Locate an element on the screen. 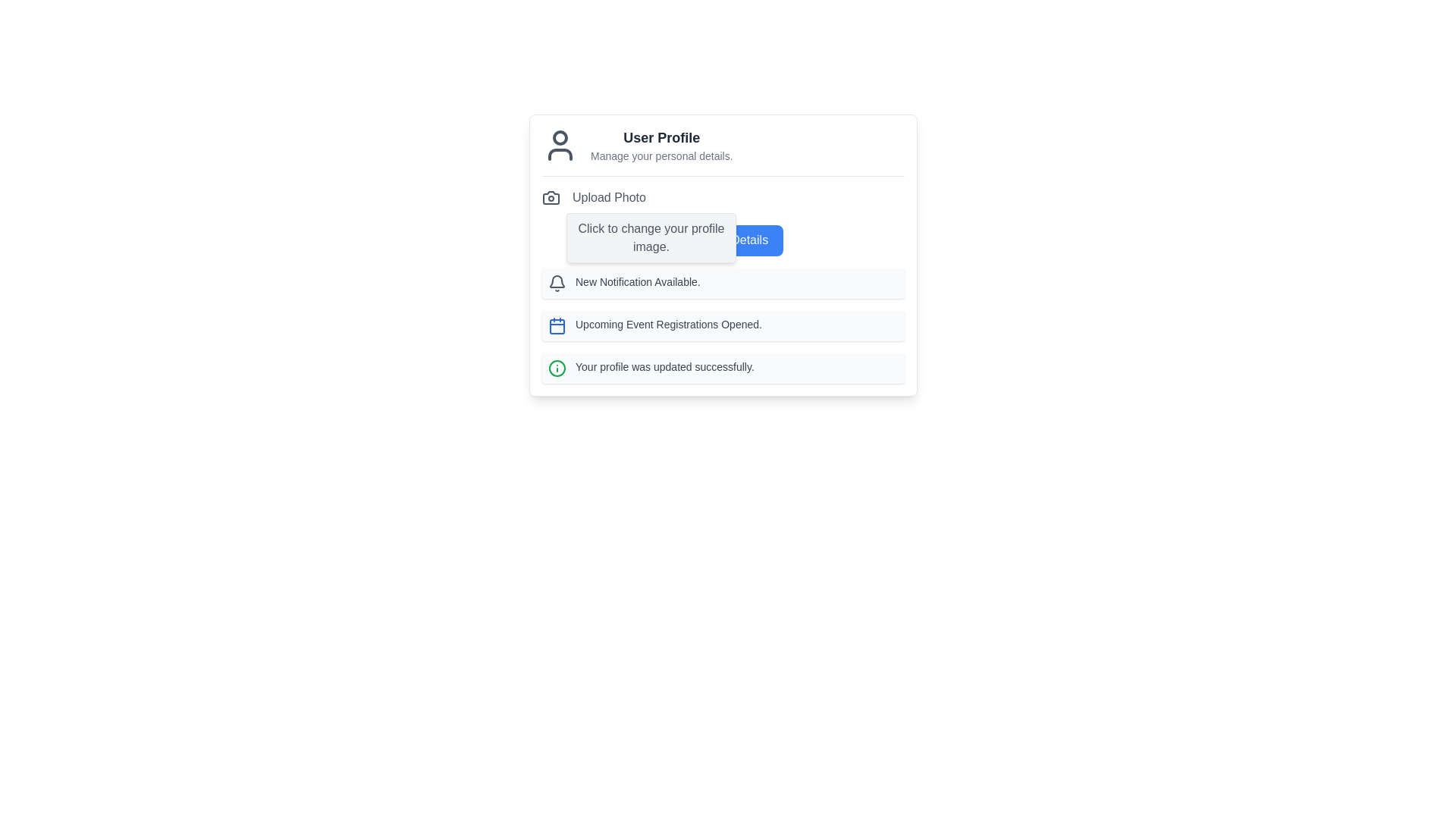 The height and width of the screenshot is (819, 1456). the Notification message block that indicates a successful profile update, positioned below 'Upcoming Event Registrations Opened' is located at coordinates (723, 368).